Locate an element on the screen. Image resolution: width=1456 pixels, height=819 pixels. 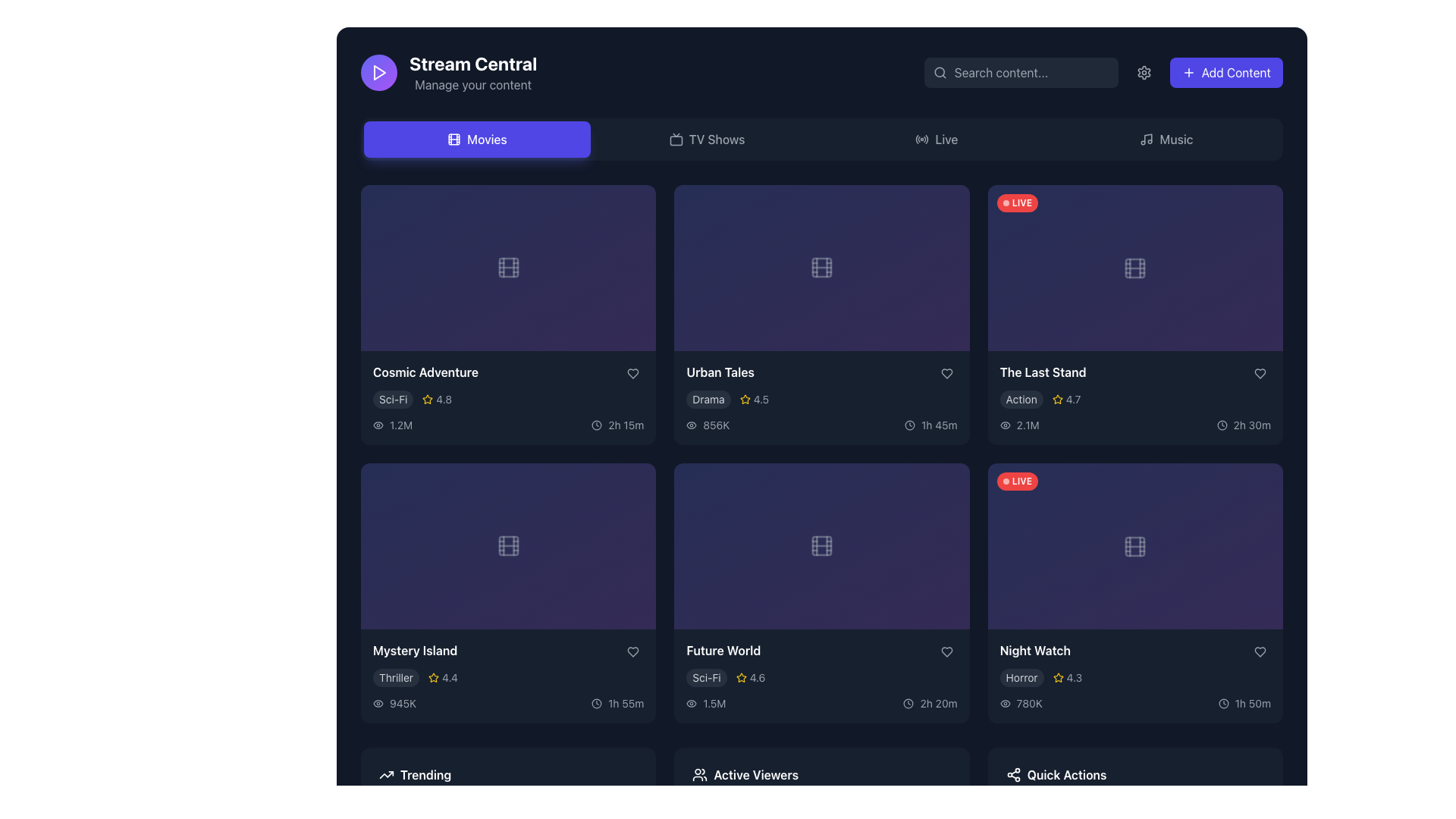
the triangular play icon within the circular button located at the top-left corner of the interface, above the 'Movies' section and next to the application title 'Stream Central' is located at coordinates (378, 73).